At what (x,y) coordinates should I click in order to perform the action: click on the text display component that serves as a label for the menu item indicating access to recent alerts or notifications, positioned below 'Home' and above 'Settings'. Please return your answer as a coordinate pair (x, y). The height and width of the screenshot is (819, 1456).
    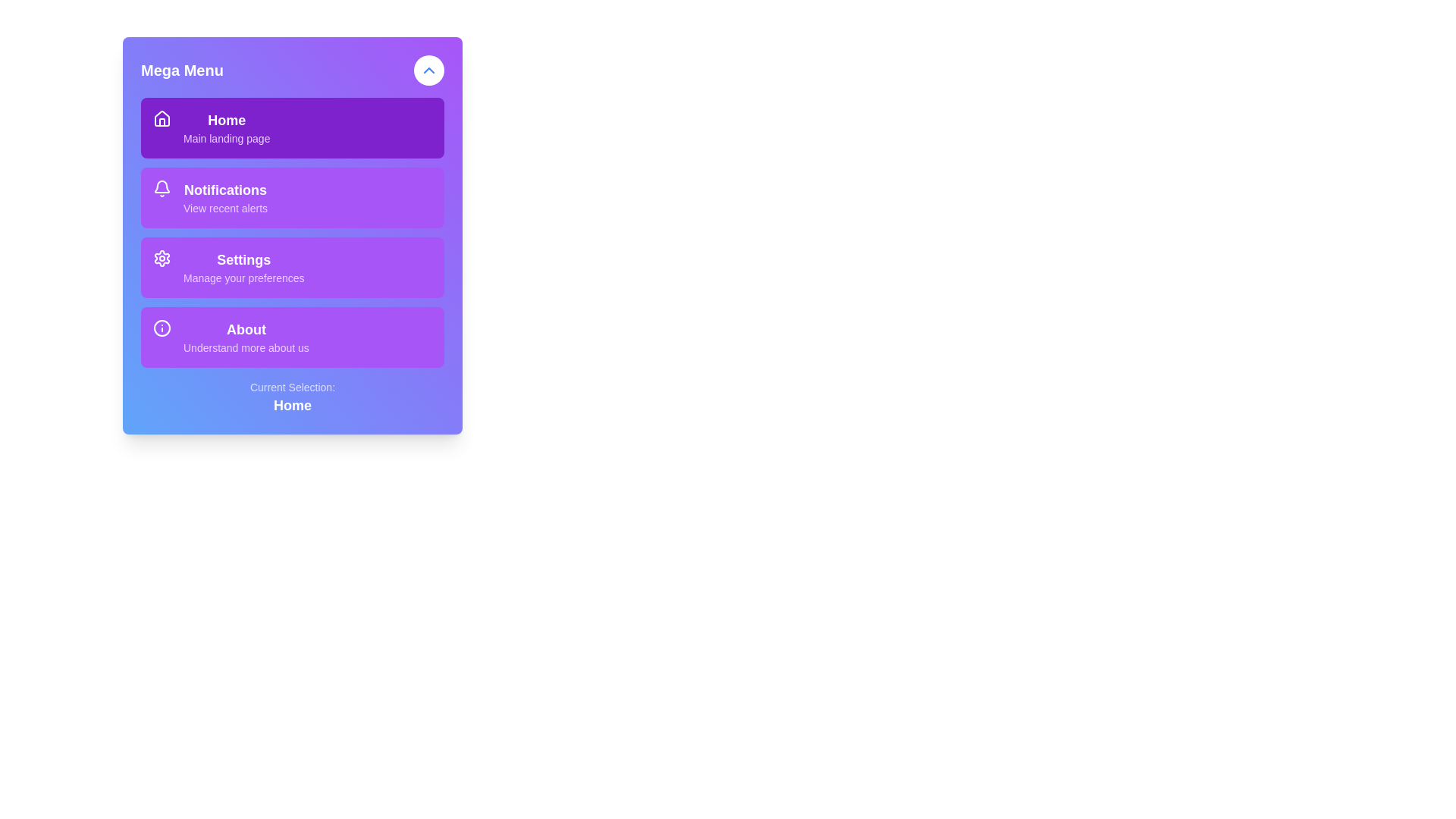
    Looking at the image, I should click on (224, 197).